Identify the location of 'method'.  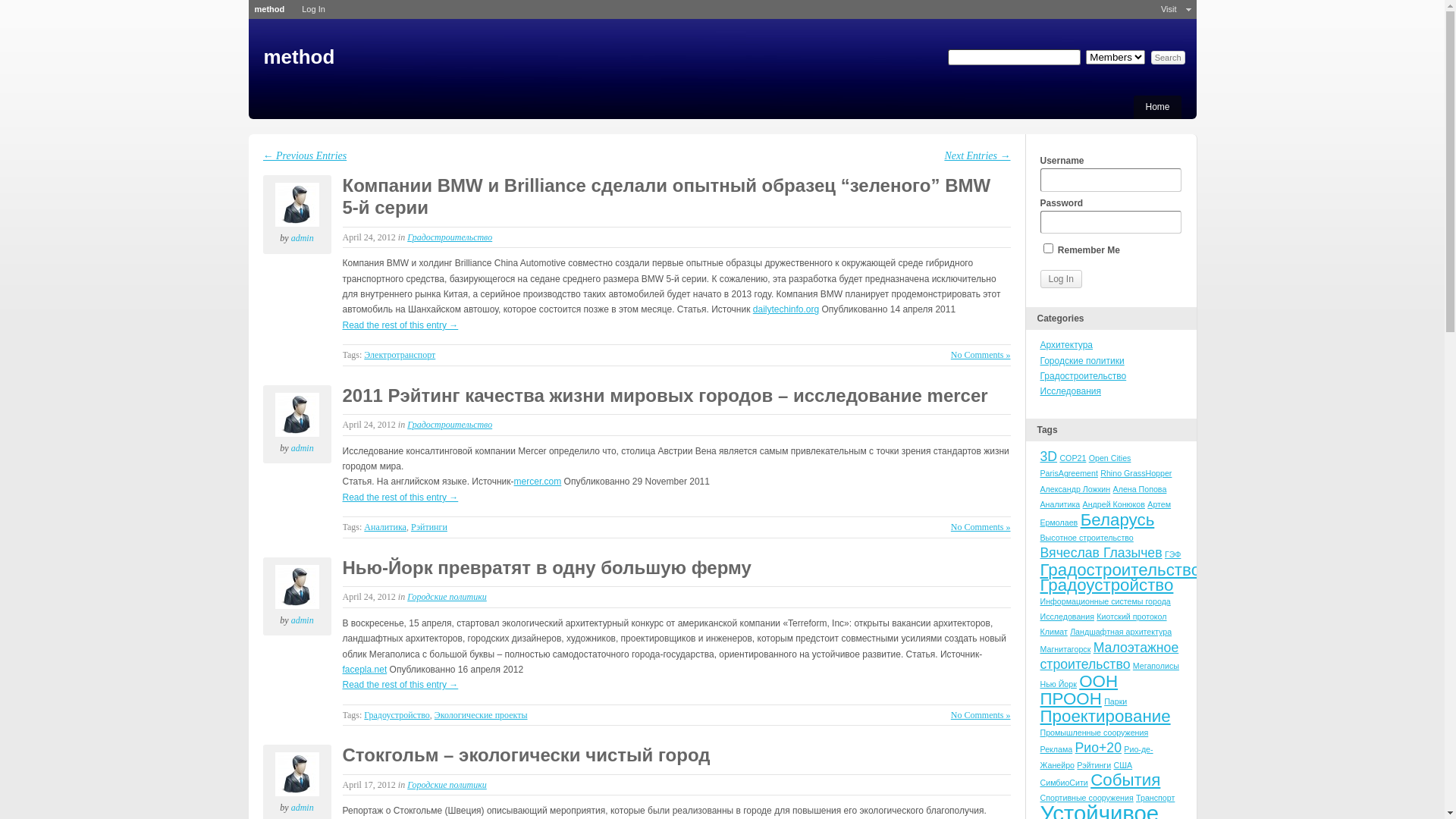
(269, 8).